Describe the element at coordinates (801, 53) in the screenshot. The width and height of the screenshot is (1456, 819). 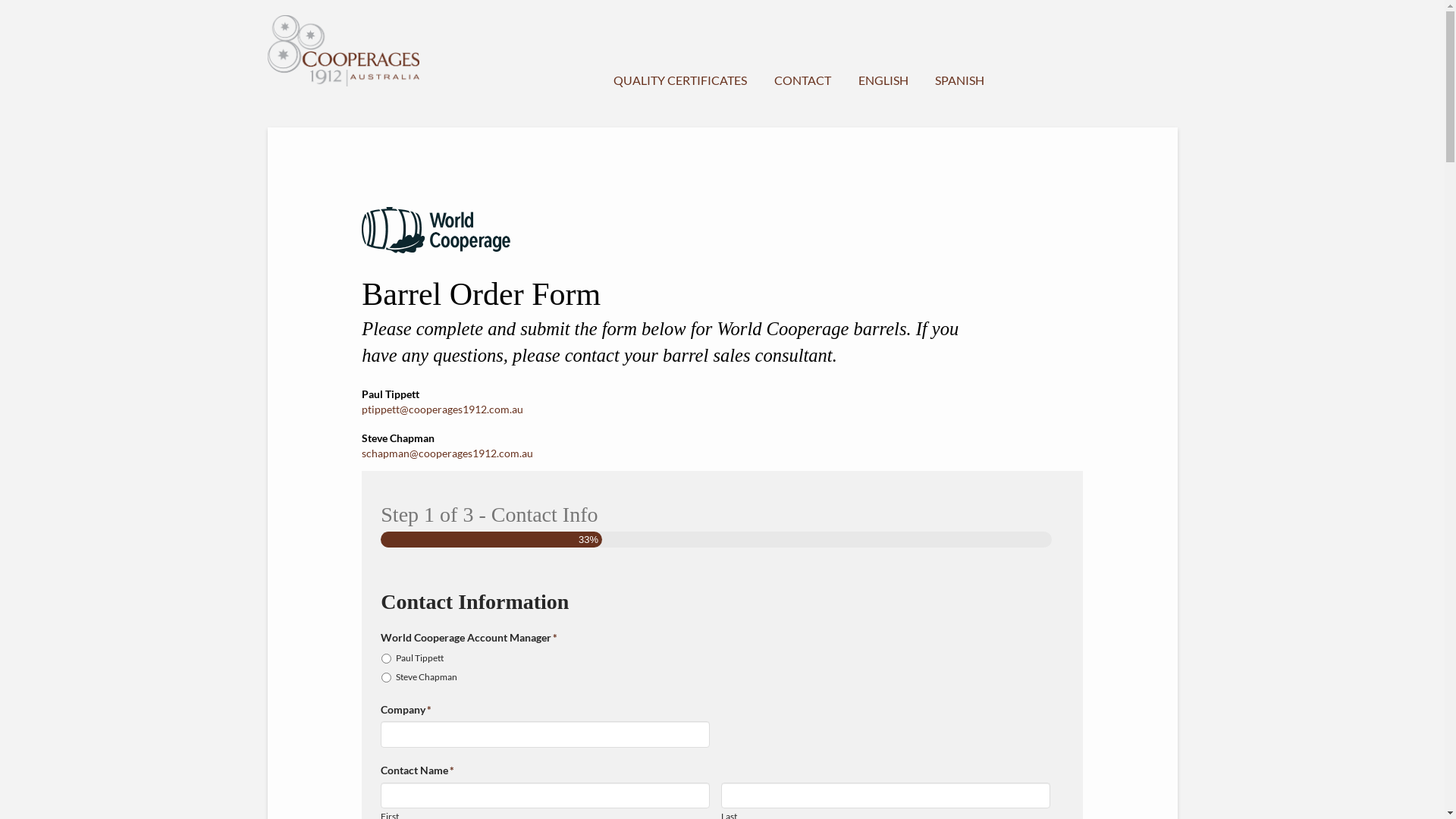
I see `'CONTACT'` at that location.